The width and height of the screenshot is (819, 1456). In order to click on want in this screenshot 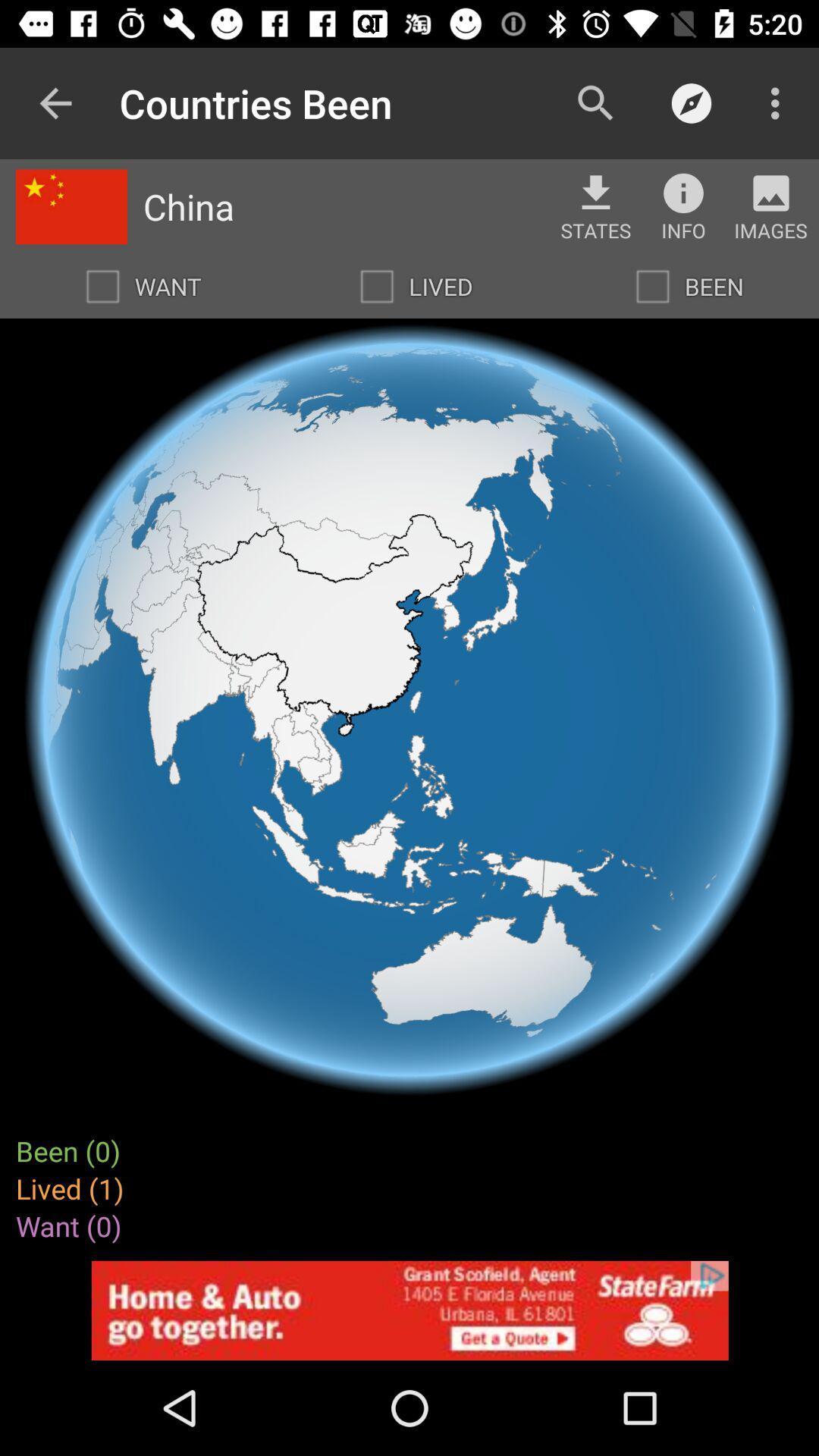, I will do `click(102, 287)`.